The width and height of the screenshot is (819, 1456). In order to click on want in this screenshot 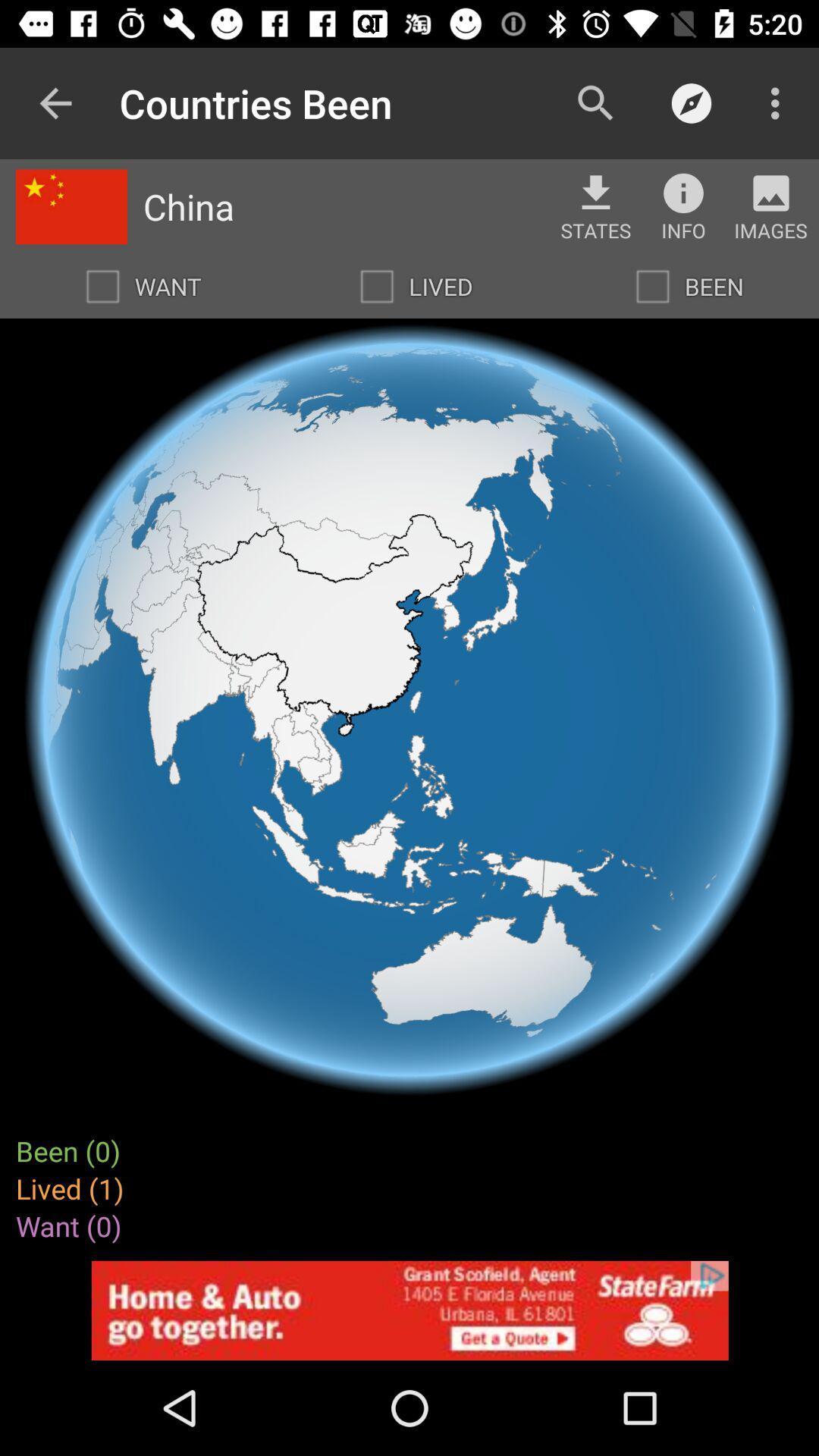, I will do `click(102, 287)`.